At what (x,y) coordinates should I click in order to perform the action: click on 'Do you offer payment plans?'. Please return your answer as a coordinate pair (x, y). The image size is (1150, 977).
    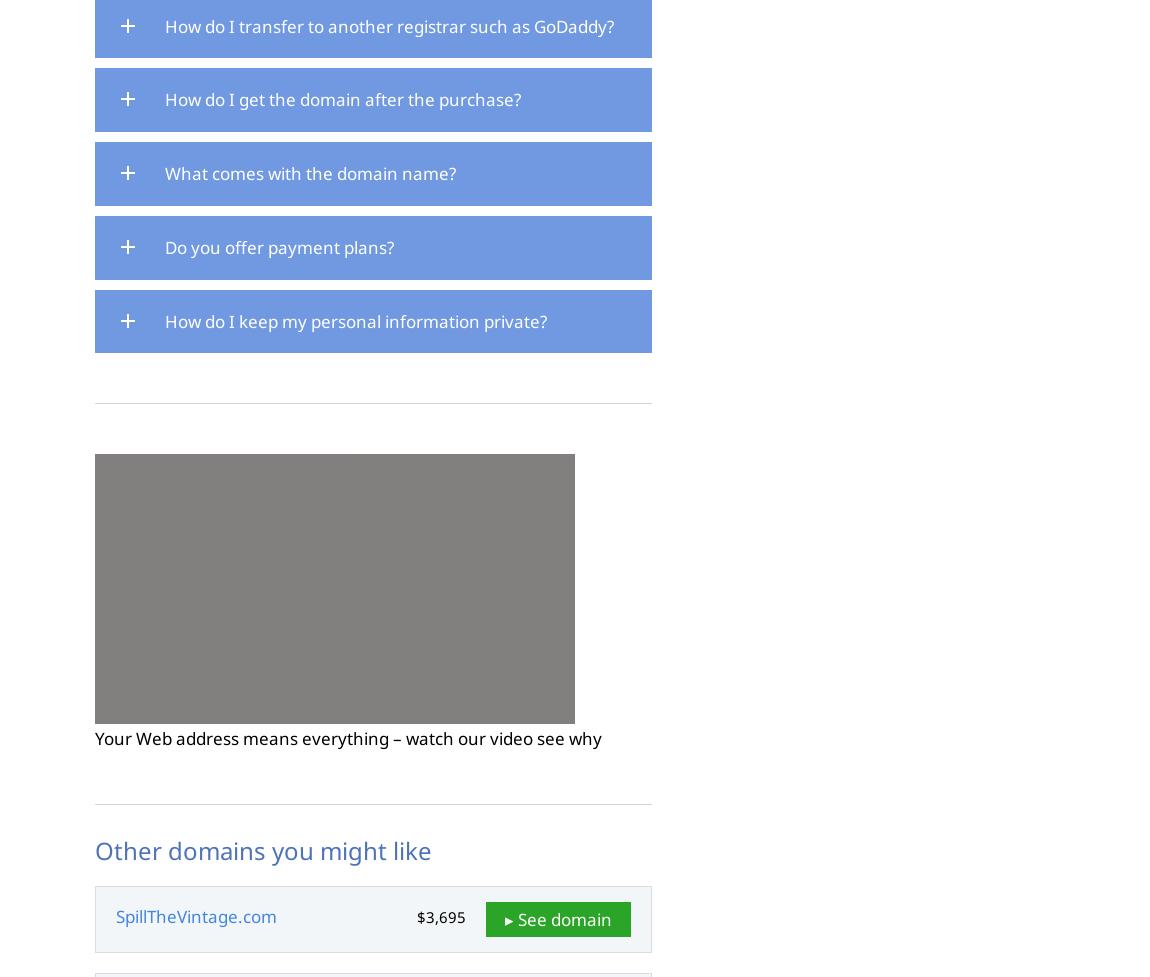
    Looking at the image, I should click on (278, 245).